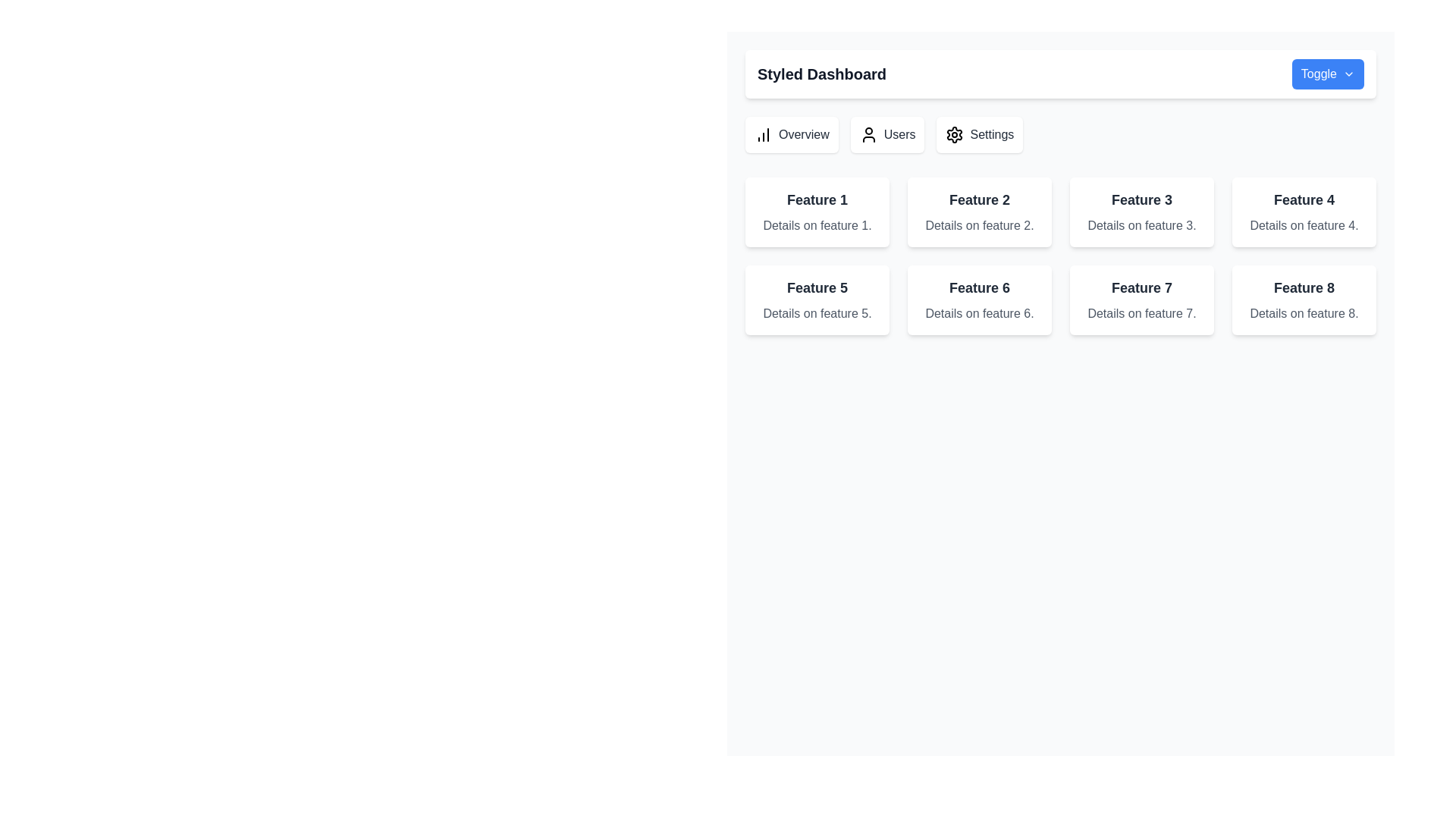 Image resolution: width=1456 pixels, height=819 pixels. Describe the element at coordinates (1303, 225) in the screenshot. I see `text content from the gray text block that says 'Details on feature 4.' located under the title 'Feature 4' in the card` at that location.